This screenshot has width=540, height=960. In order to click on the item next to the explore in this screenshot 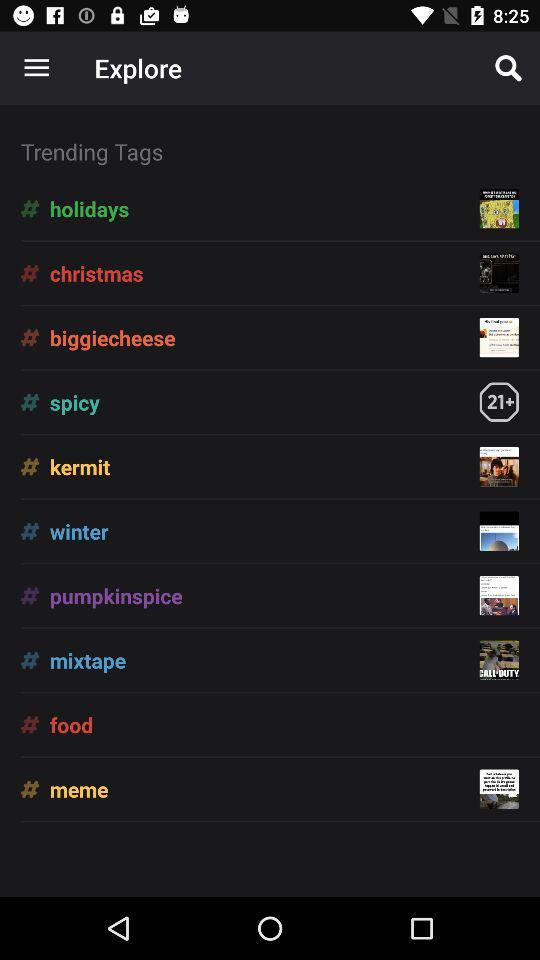, I will do `click(508, 68)`.